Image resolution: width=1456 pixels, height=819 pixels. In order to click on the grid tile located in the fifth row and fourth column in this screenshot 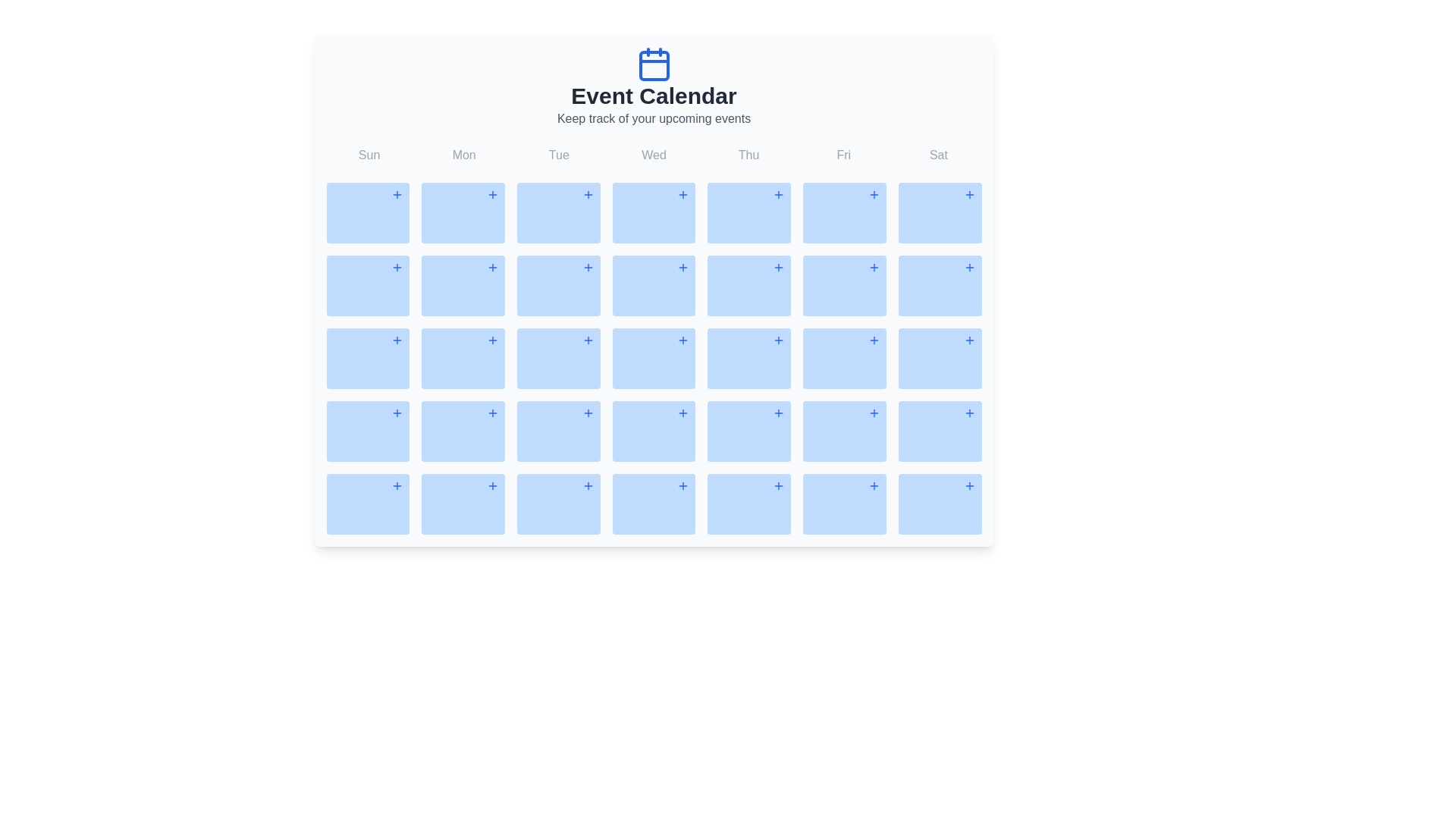, I will do `click(654, 431)`.